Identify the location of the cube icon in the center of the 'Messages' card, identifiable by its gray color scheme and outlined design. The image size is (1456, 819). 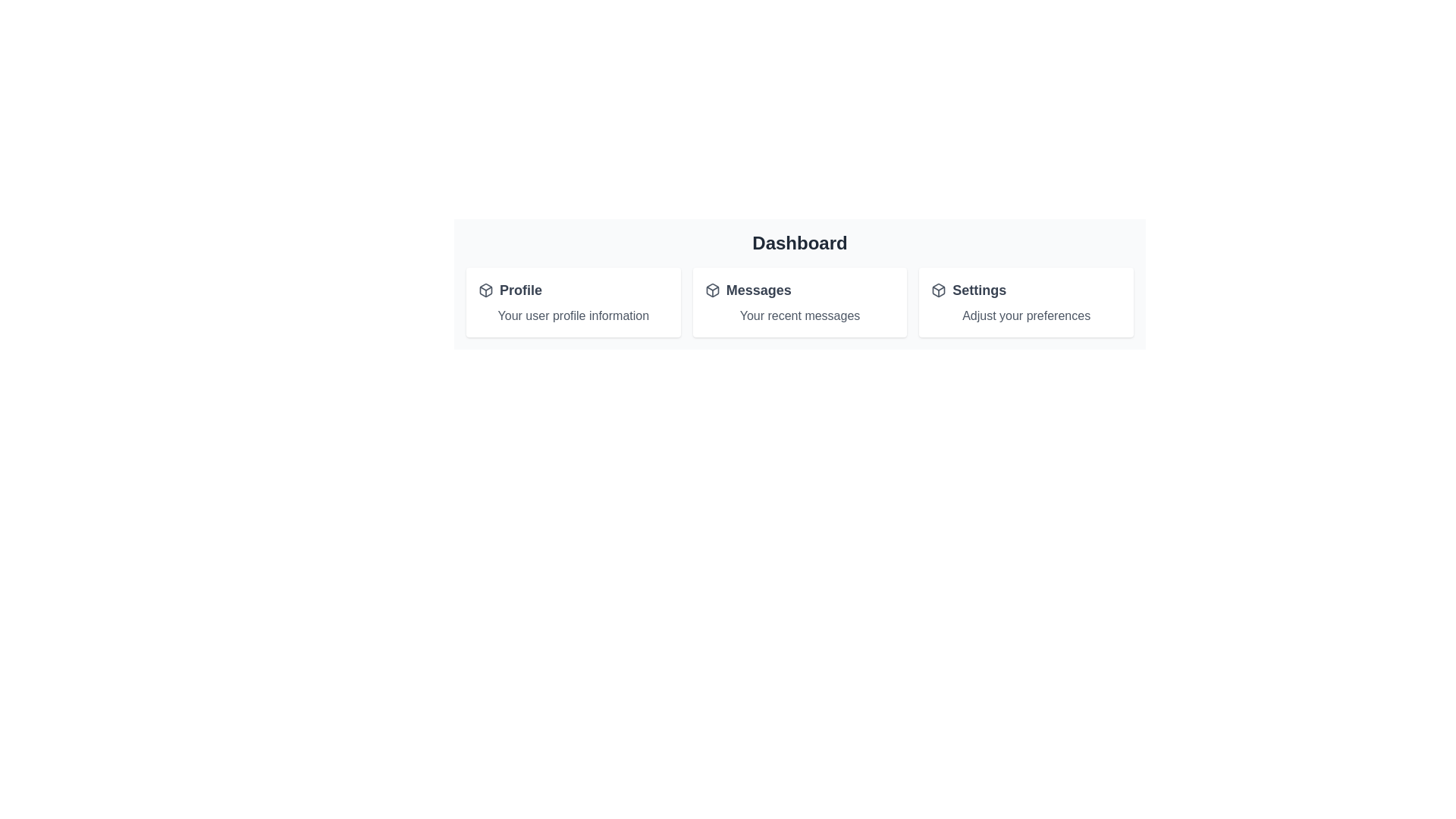
(711, 290).